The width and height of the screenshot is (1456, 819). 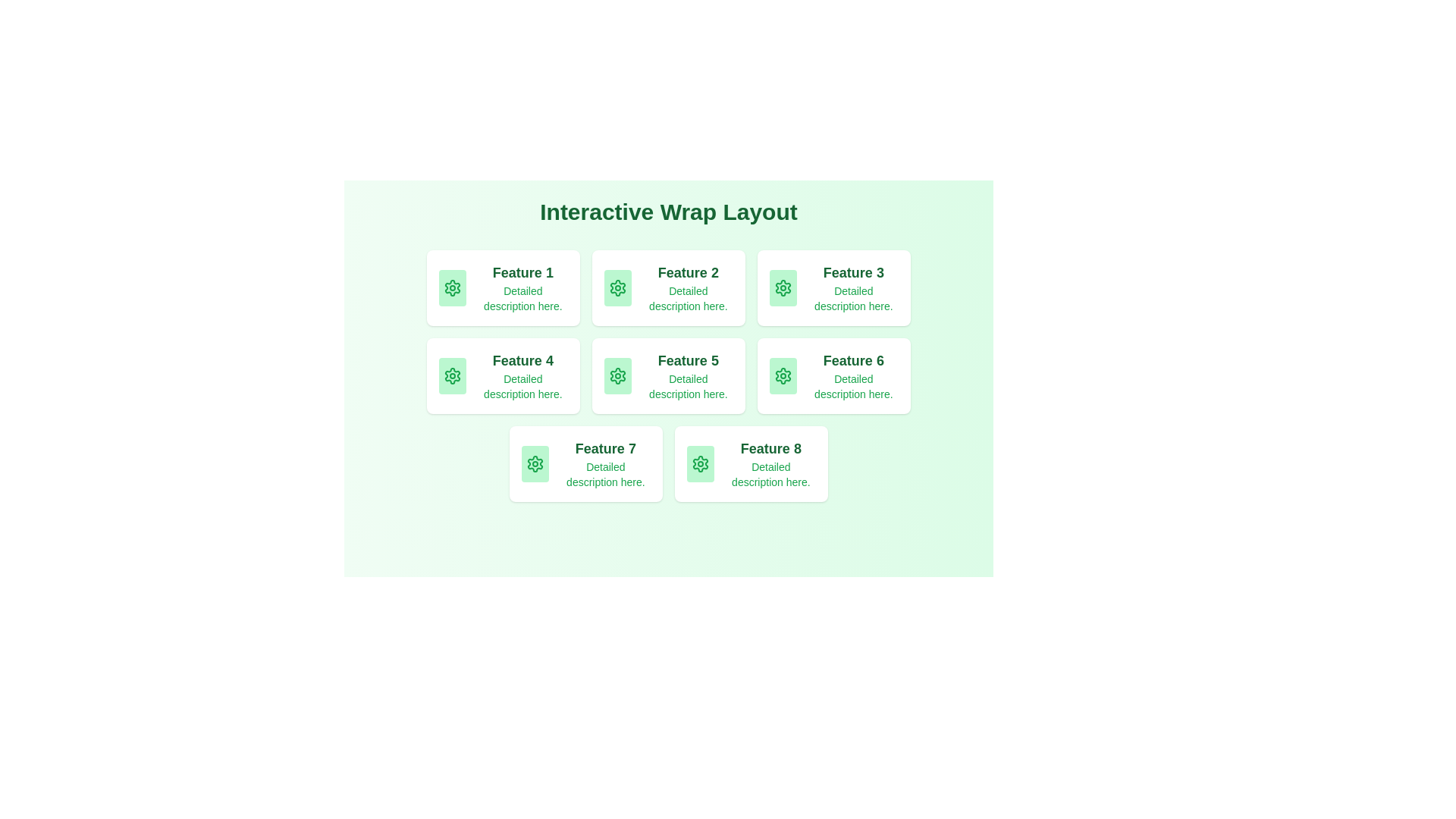 What do you see at coordinates (535, 463) in the screenshot?
I see `the settings icon for 'Feature 7', which is centrally aligned within its green rounded background` at bounding box center [535, 463].